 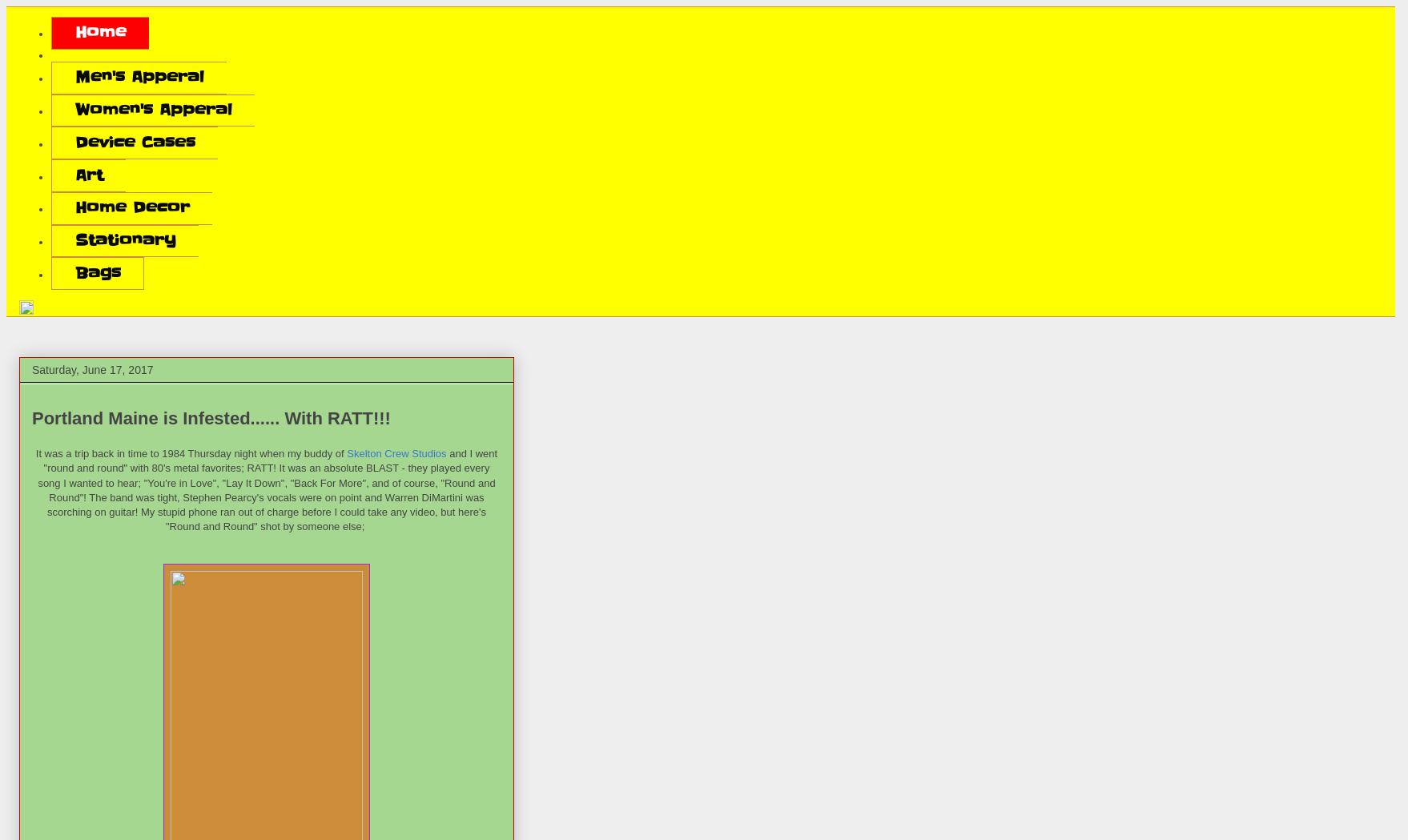 I want to click on 'Home Decor', so click(x=74, y=207).